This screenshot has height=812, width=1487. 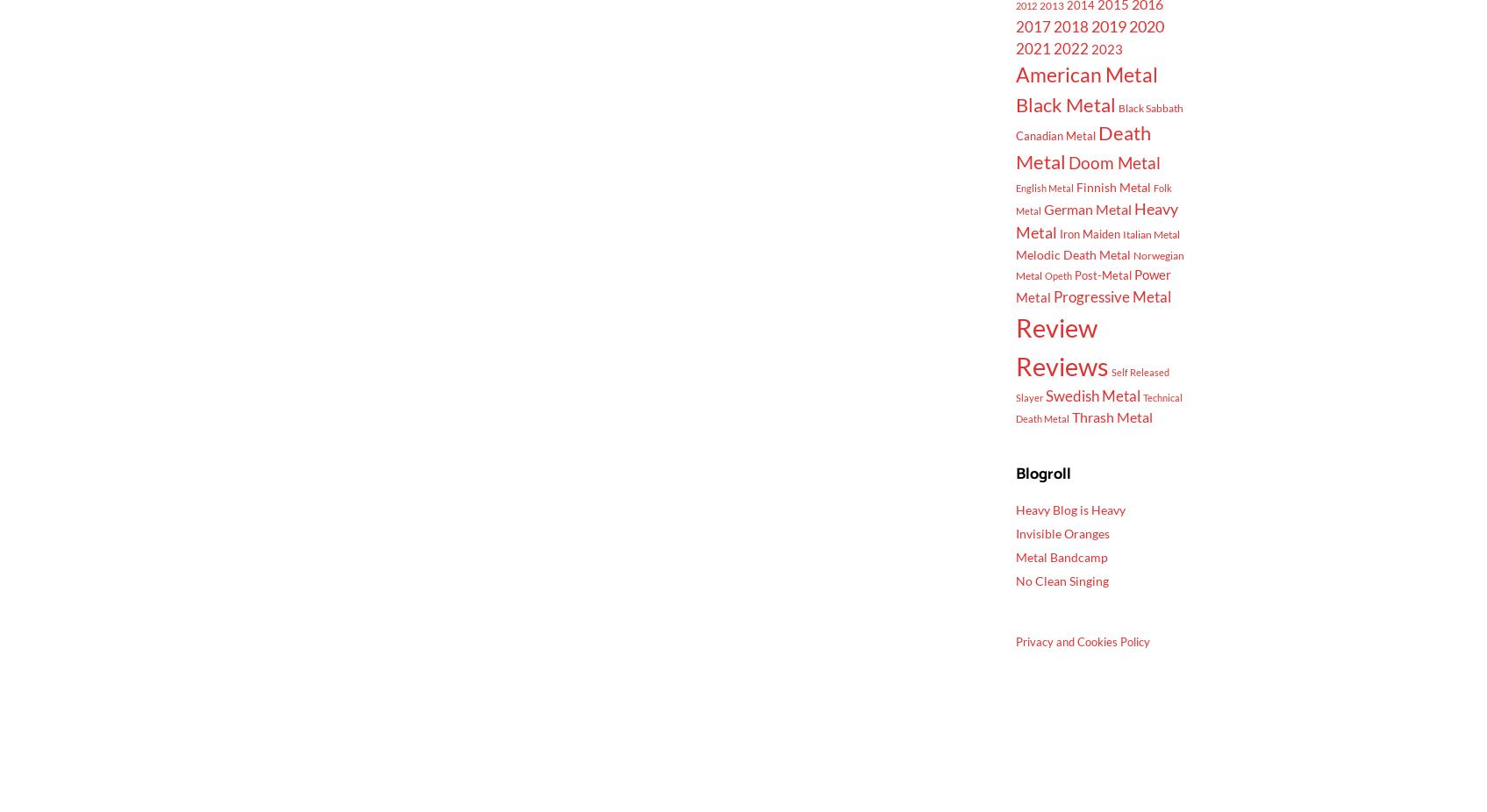 I want to click on 'Slayer', so click(x=1027, y=397).